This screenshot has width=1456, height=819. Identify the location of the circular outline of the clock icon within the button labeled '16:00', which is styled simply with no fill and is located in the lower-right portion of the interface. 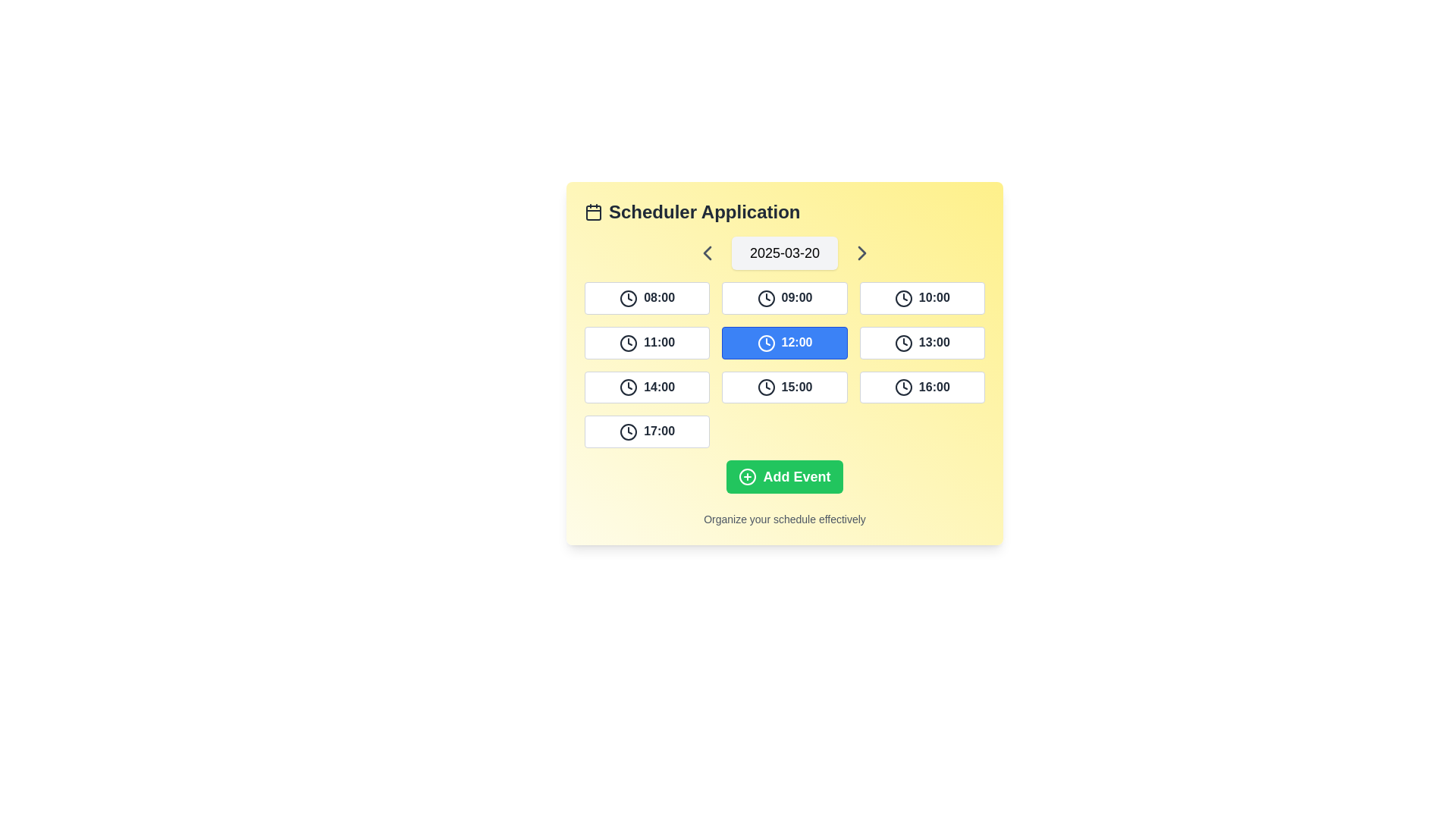
(903, 387).